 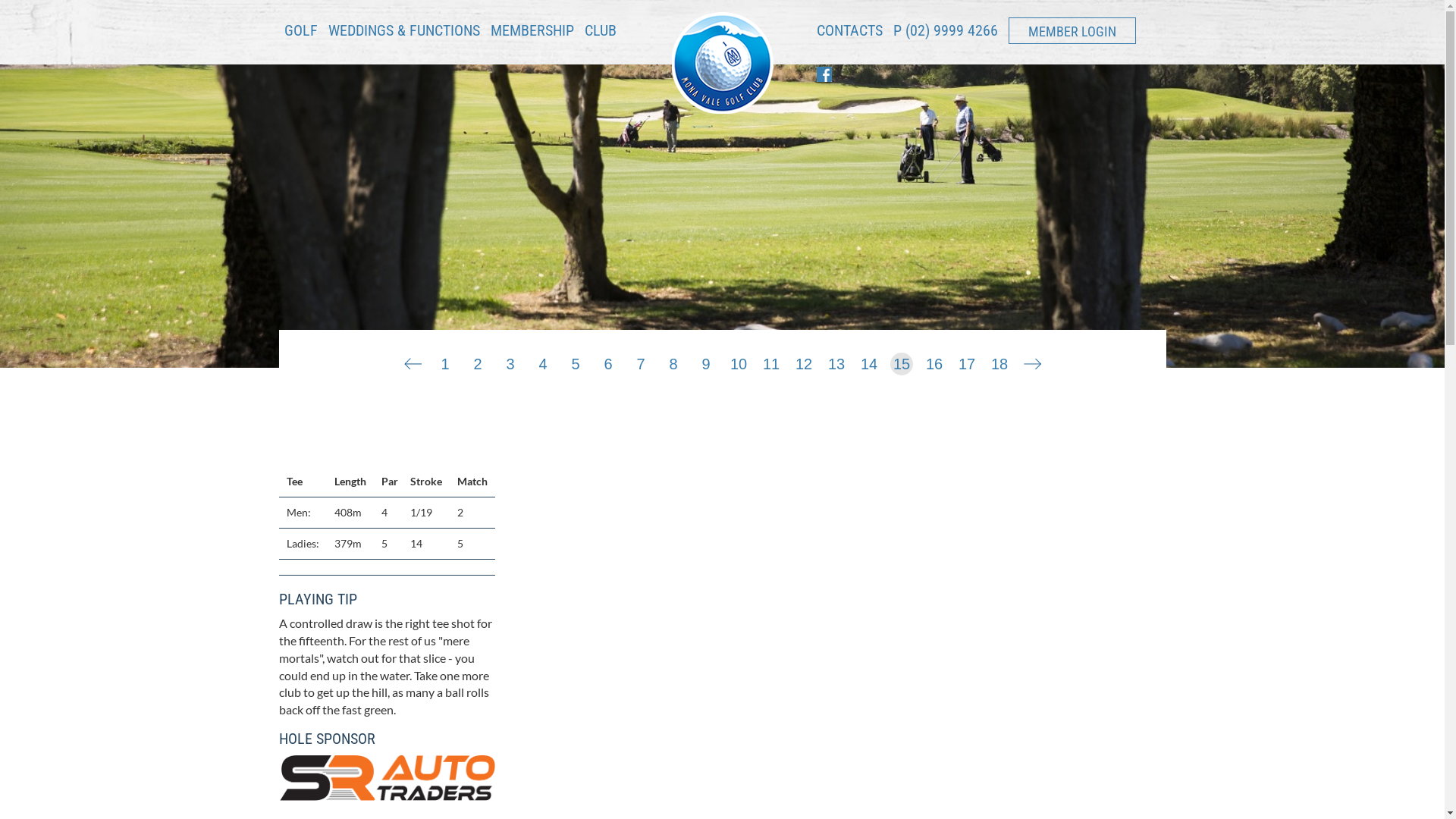 What do you see at coordinates (1031, 360) in the screenshot?
I see `'Hole 16'` at bounding box center [1031, 360].